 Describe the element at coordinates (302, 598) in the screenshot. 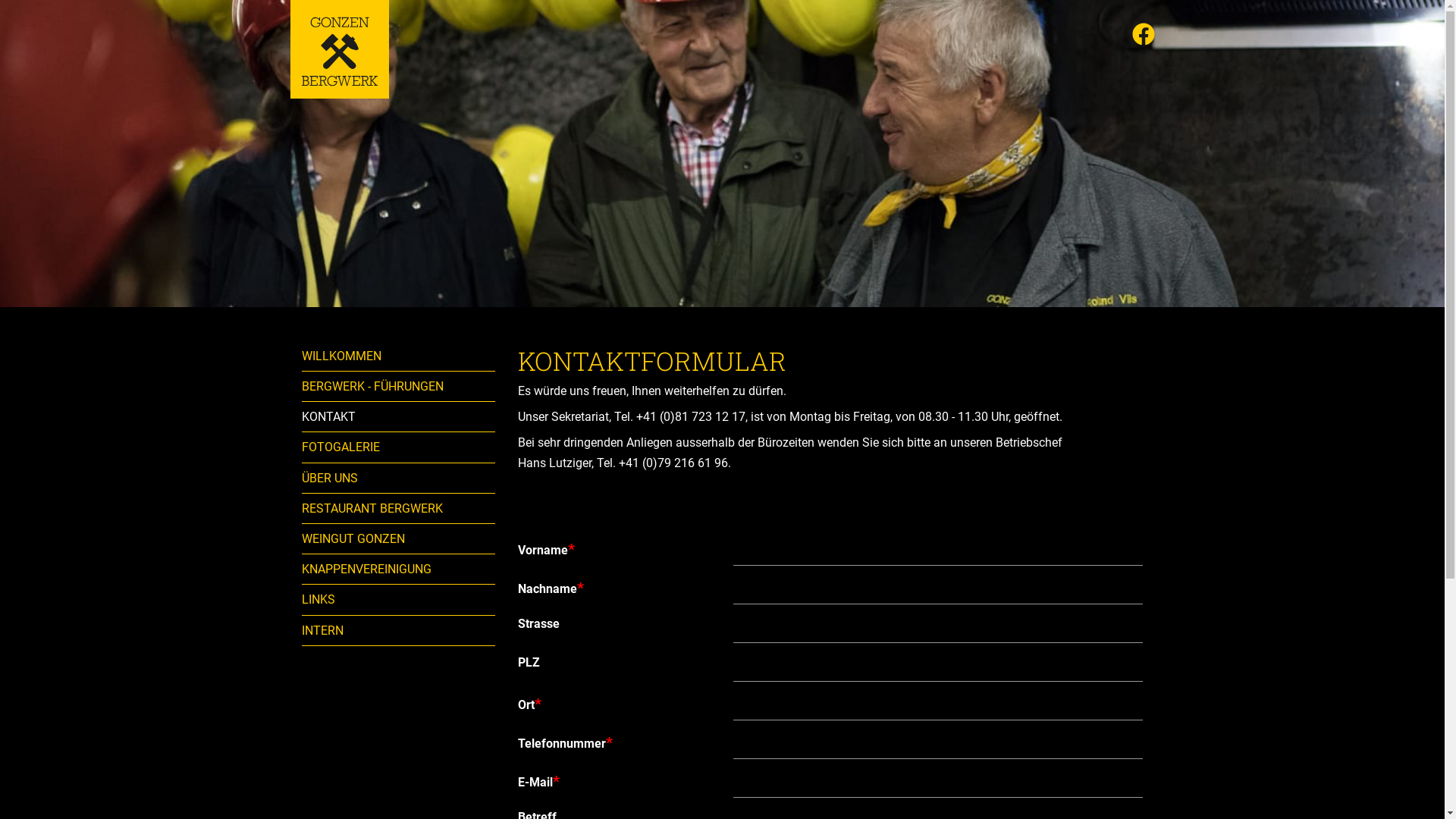

I see `'LINKS'` at that location.